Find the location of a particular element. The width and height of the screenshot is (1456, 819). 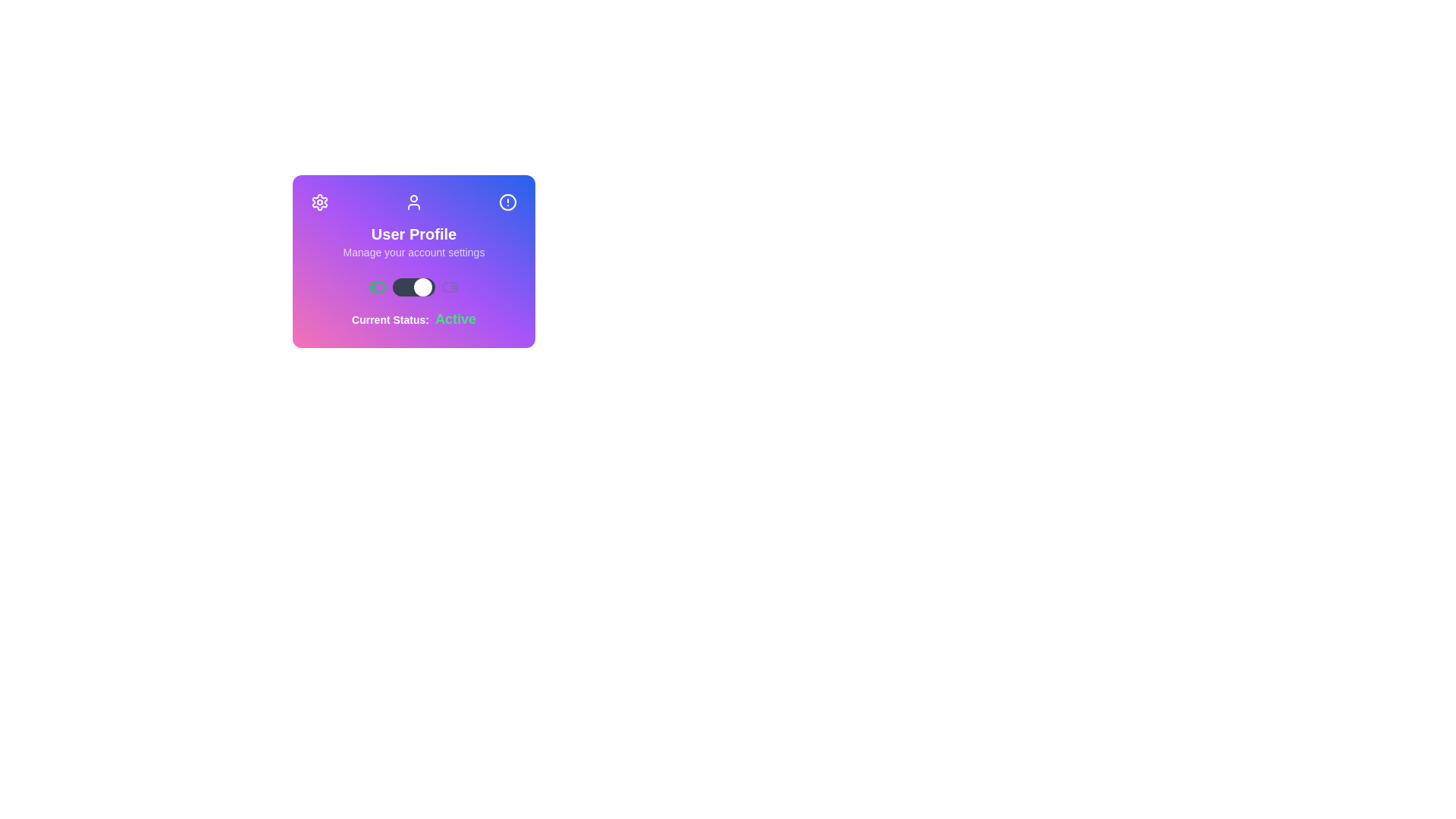

the green toggle button located under the 'User Profile' title is located at coordinates (378, 287).